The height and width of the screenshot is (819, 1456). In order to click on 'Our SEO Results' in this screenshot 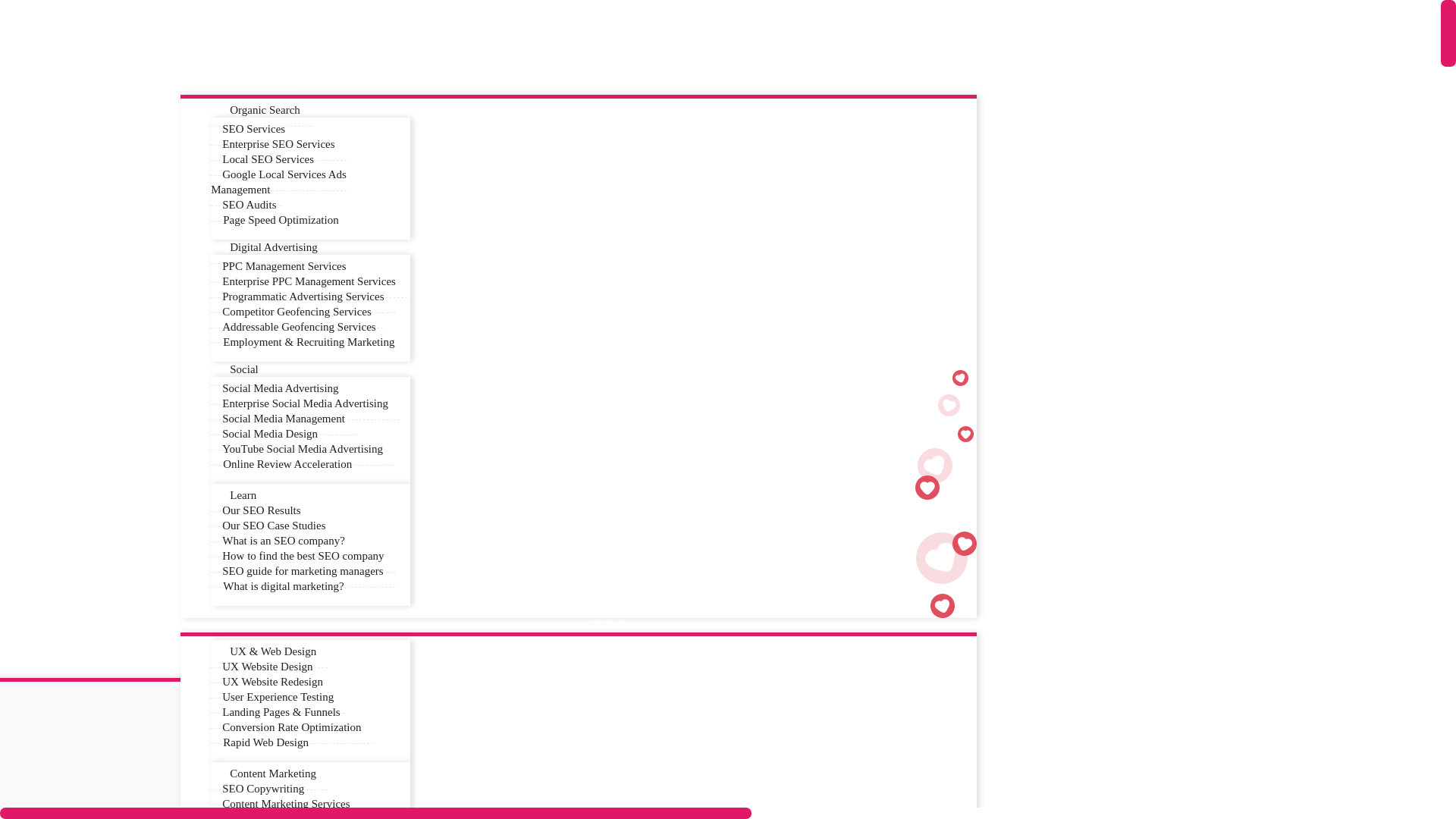, I will do `click(210, 510)`.